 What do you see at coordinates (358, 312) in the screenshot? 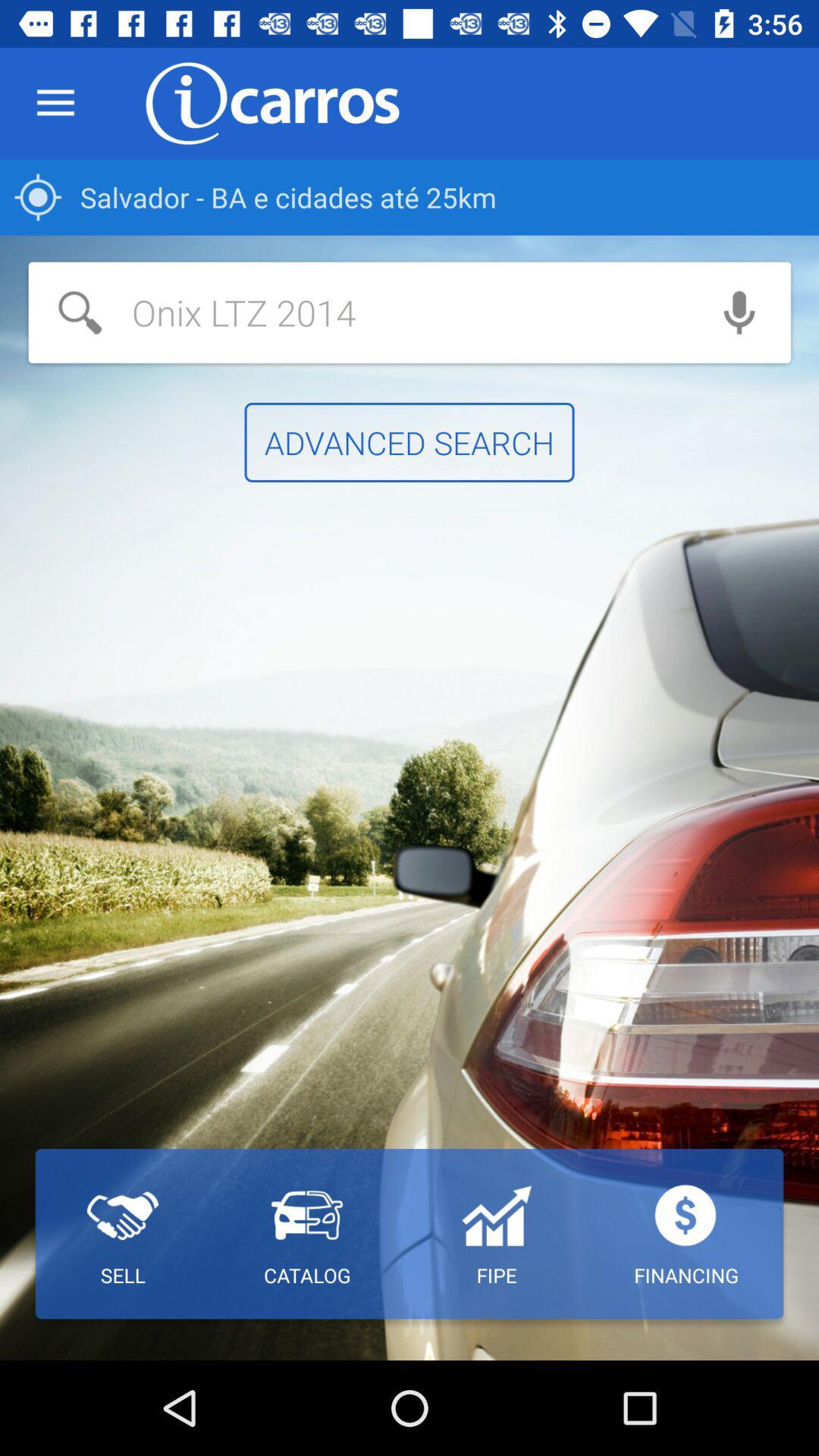
I see `icon below salvador ba e item` at bounding box center [358, 312].